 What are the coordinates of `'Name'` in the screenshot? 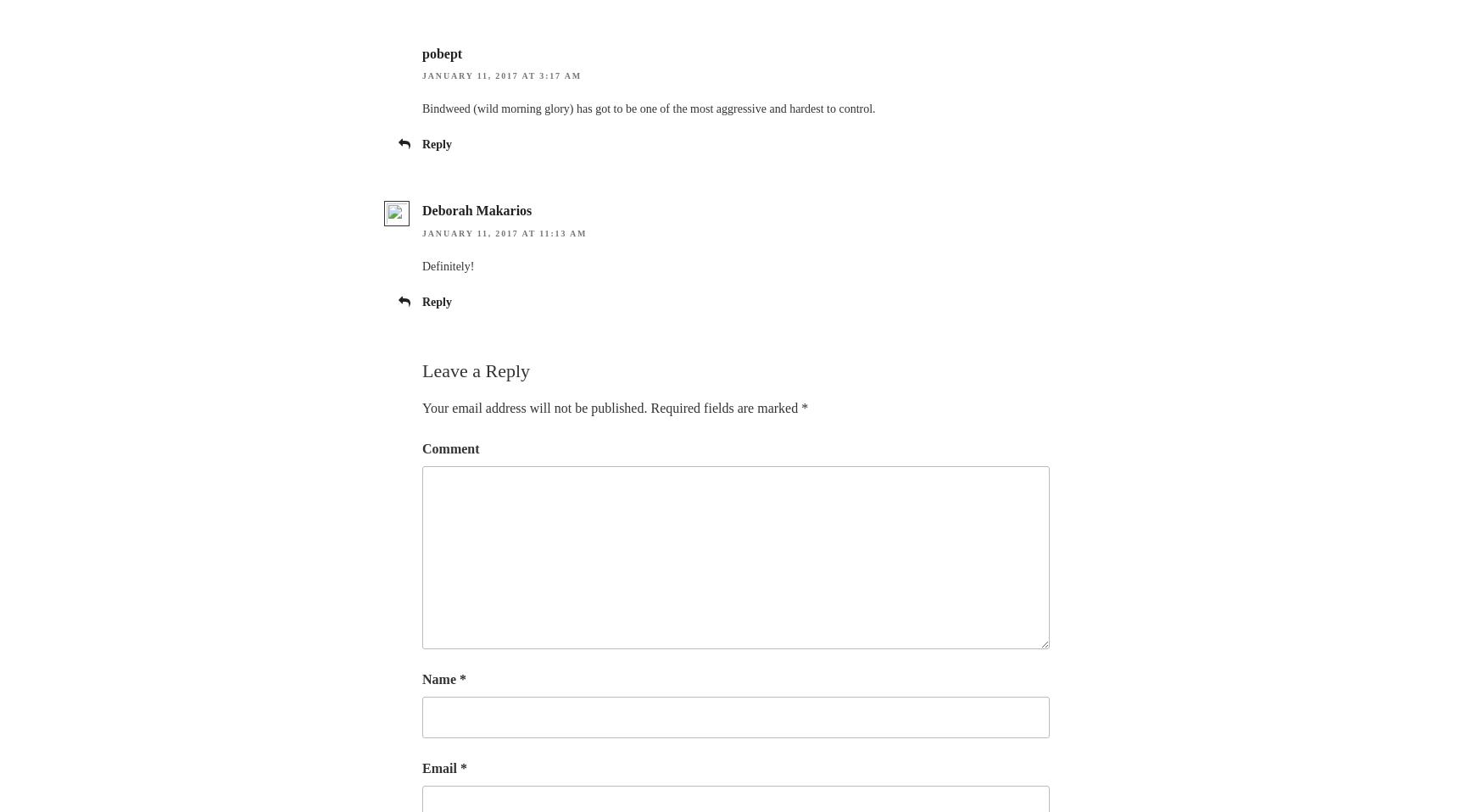 It's located at (440, 678).